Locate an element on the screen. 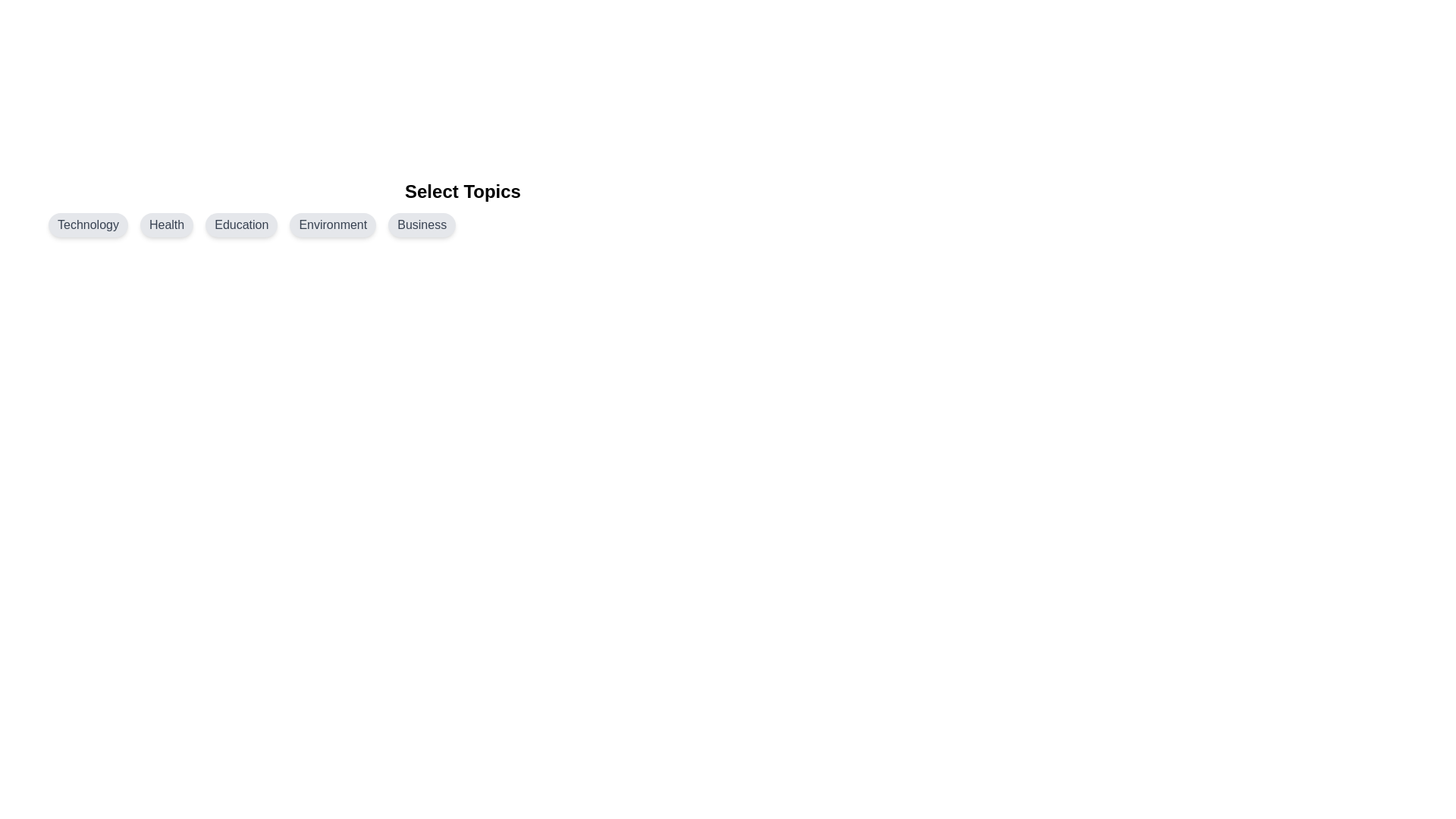 The height and width of the screenshot is (819, 1456). the topic chip labeled Environment by clicking on it is located at coordinates (331, 225).